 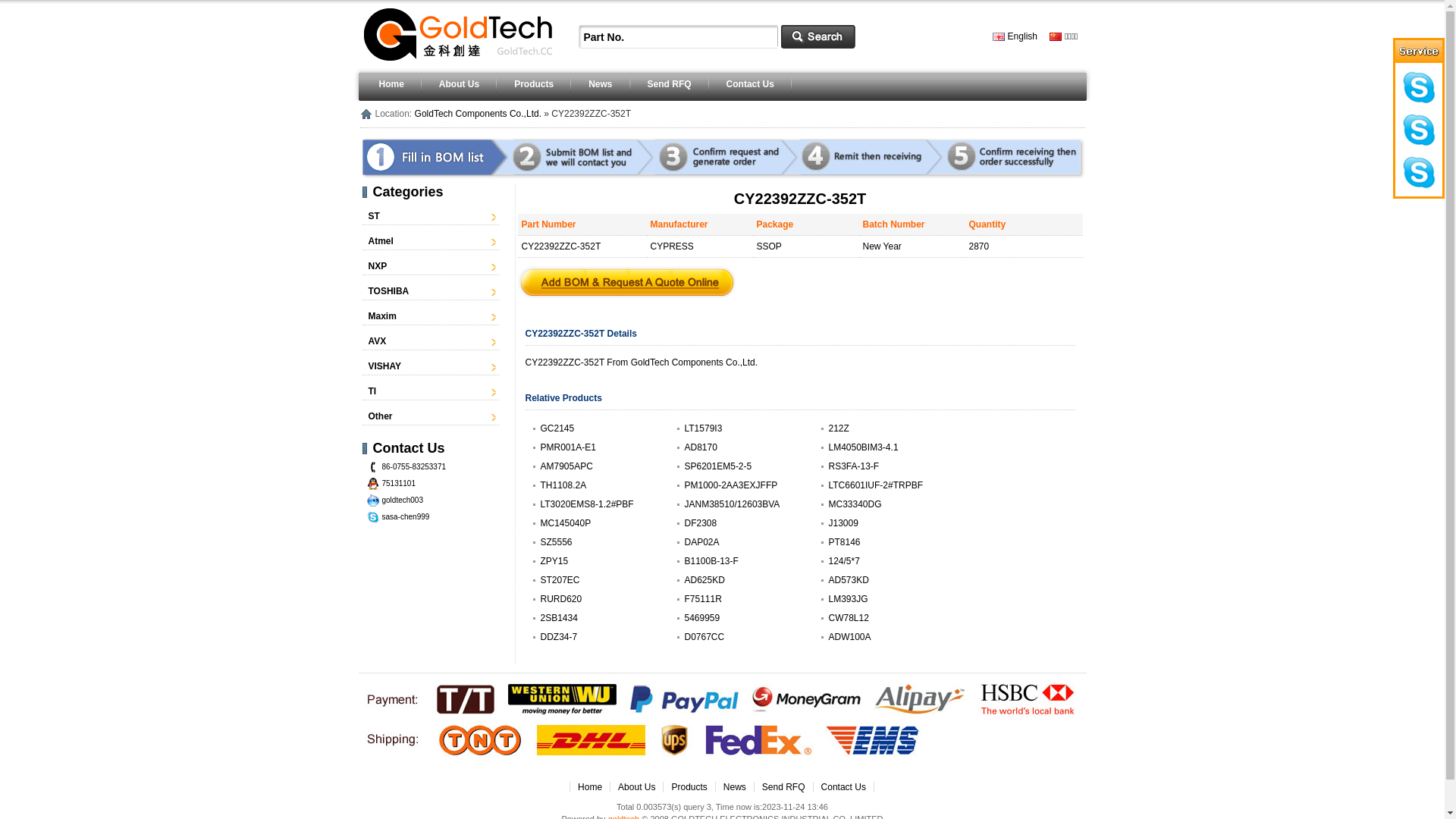 I want to click on 'Send RFQ', so click(x=783, y=786).